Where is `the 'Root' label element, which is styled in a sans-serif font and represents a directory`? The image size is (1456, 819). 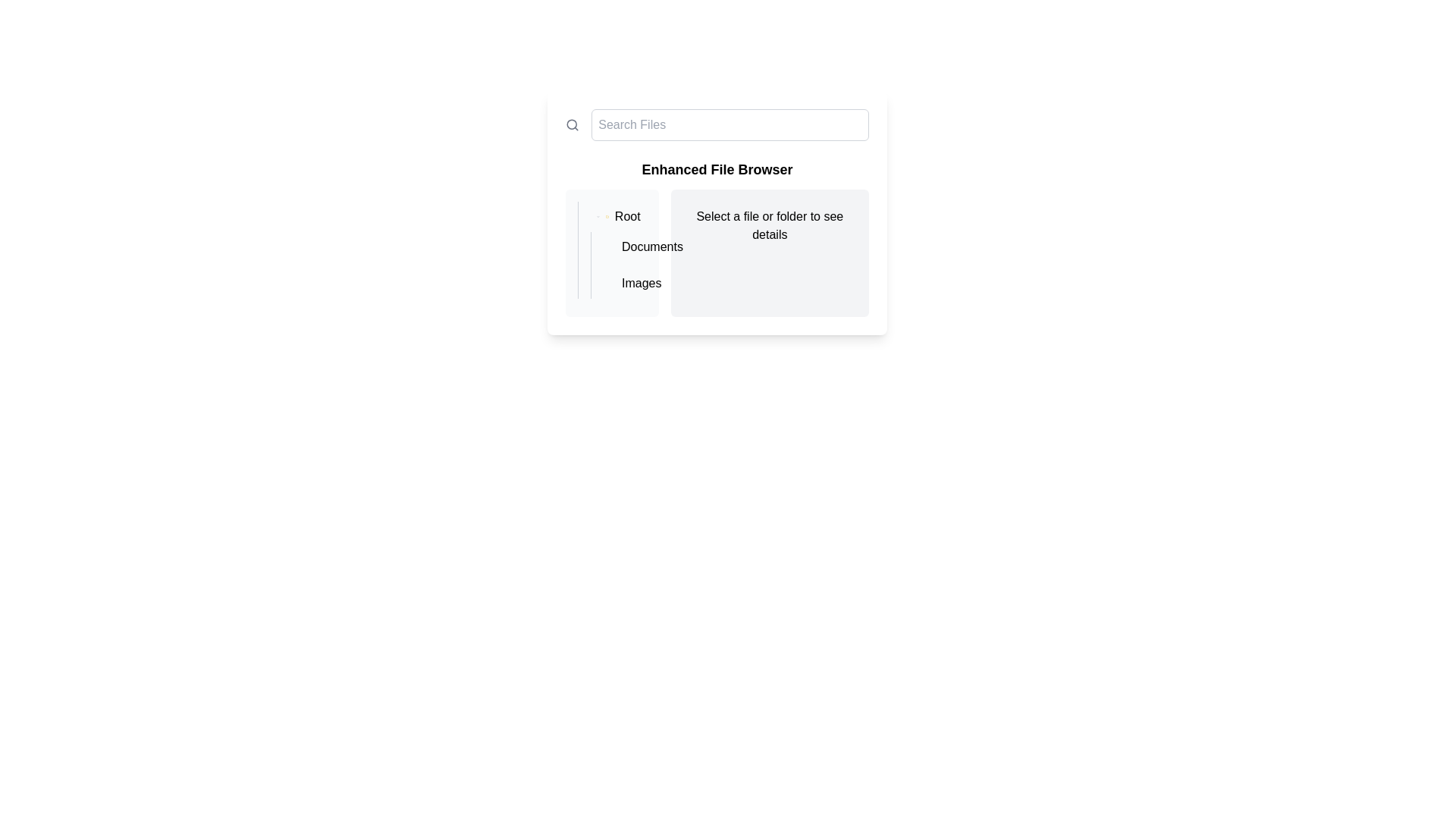 the 'Root' label element, which is styled in a sans-serif font and represents a directory is located at coordinates (627, 216).